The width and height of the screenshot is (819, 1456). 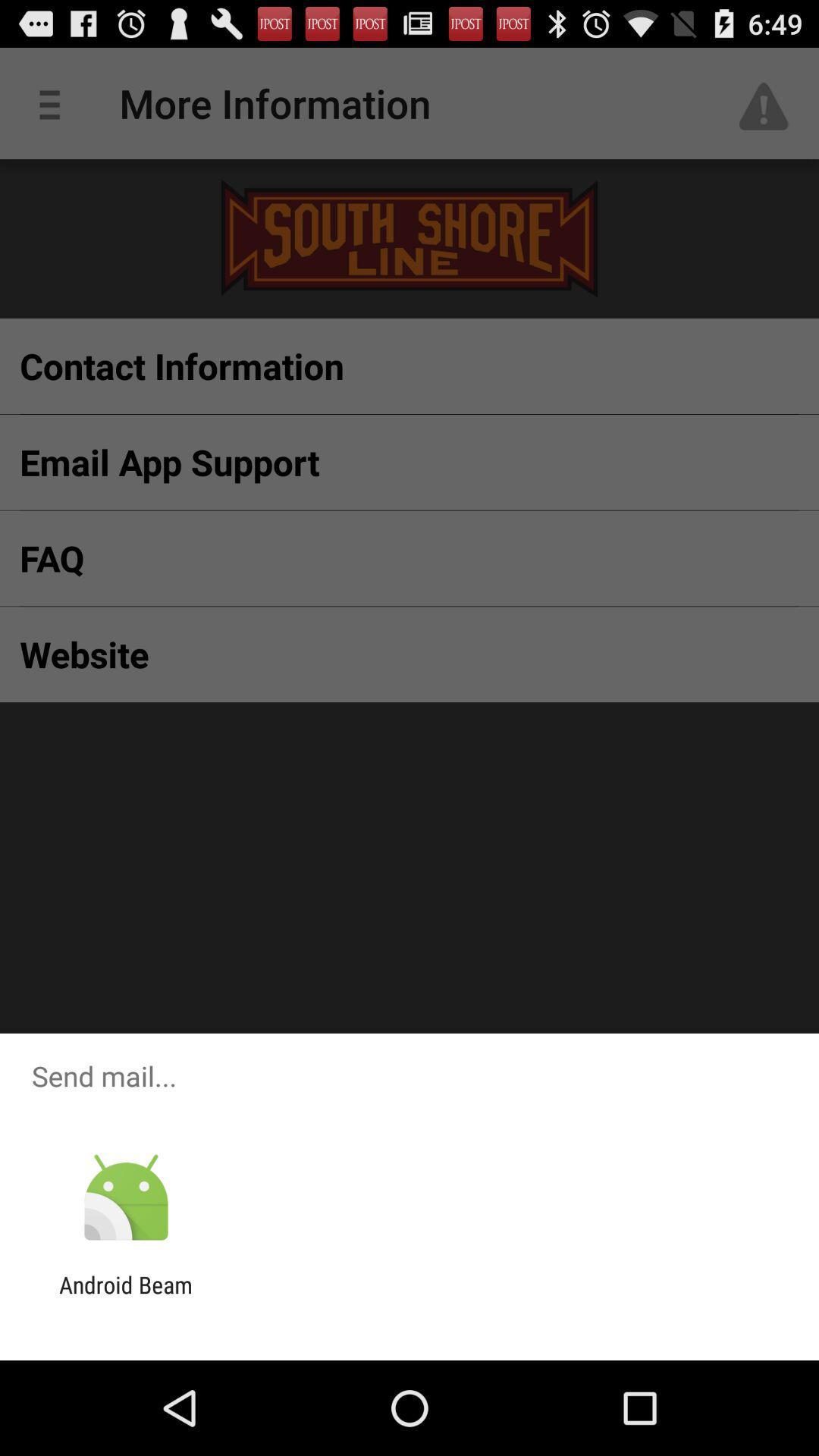 What do you see at coordinates (125, 1298) in the screenshot?
I see `android beam item` at bounding box center [125, 1298].